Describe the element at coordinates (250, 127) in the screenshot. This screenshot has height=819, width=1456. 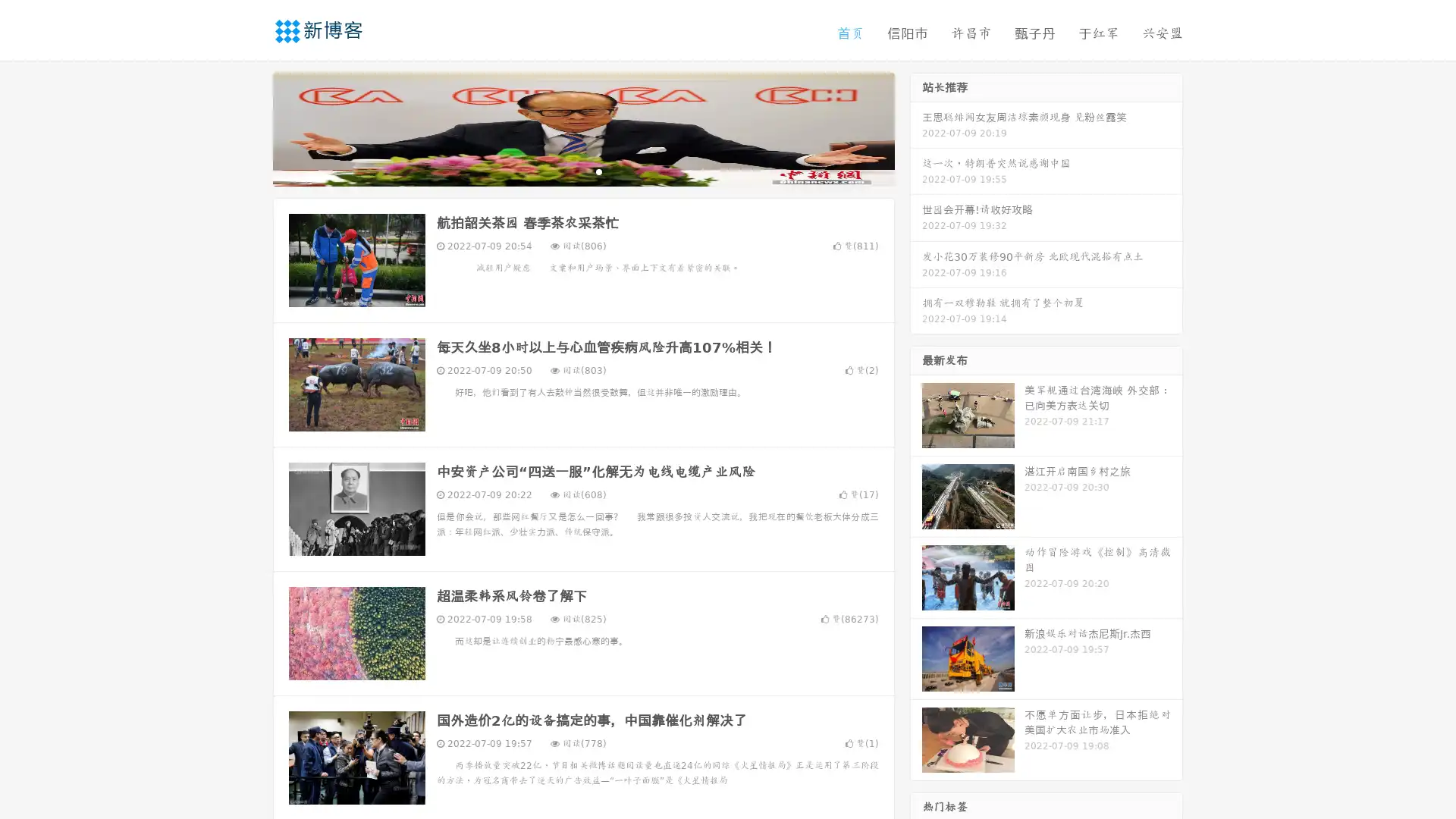
I see `Previous slide` at that location.